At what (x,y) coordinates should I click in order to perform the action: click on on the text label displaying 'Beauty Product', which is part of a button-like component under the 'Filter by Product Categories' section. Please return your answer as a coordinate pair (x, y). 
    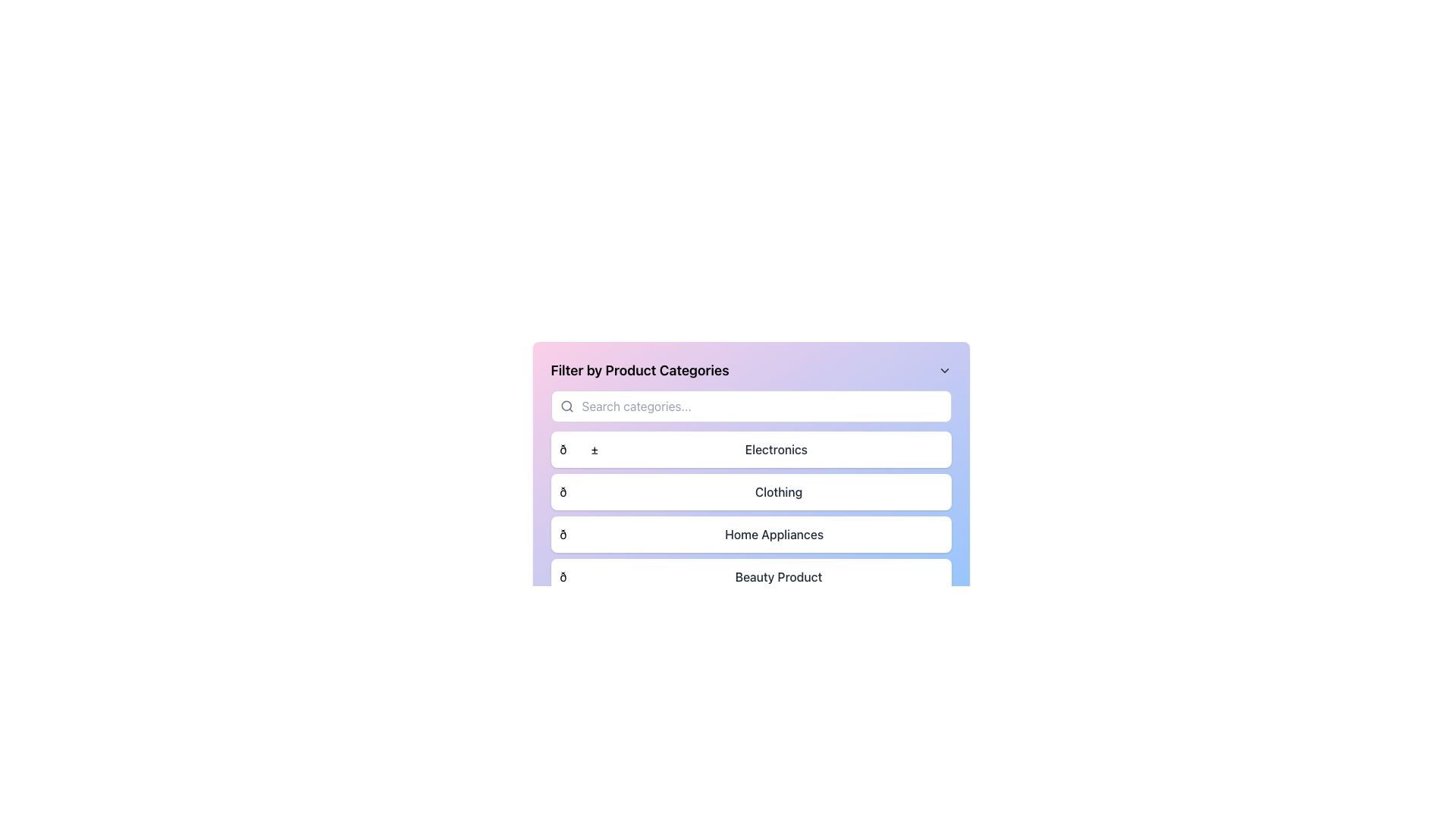
    Looking at the image, I should click on (779, 576).